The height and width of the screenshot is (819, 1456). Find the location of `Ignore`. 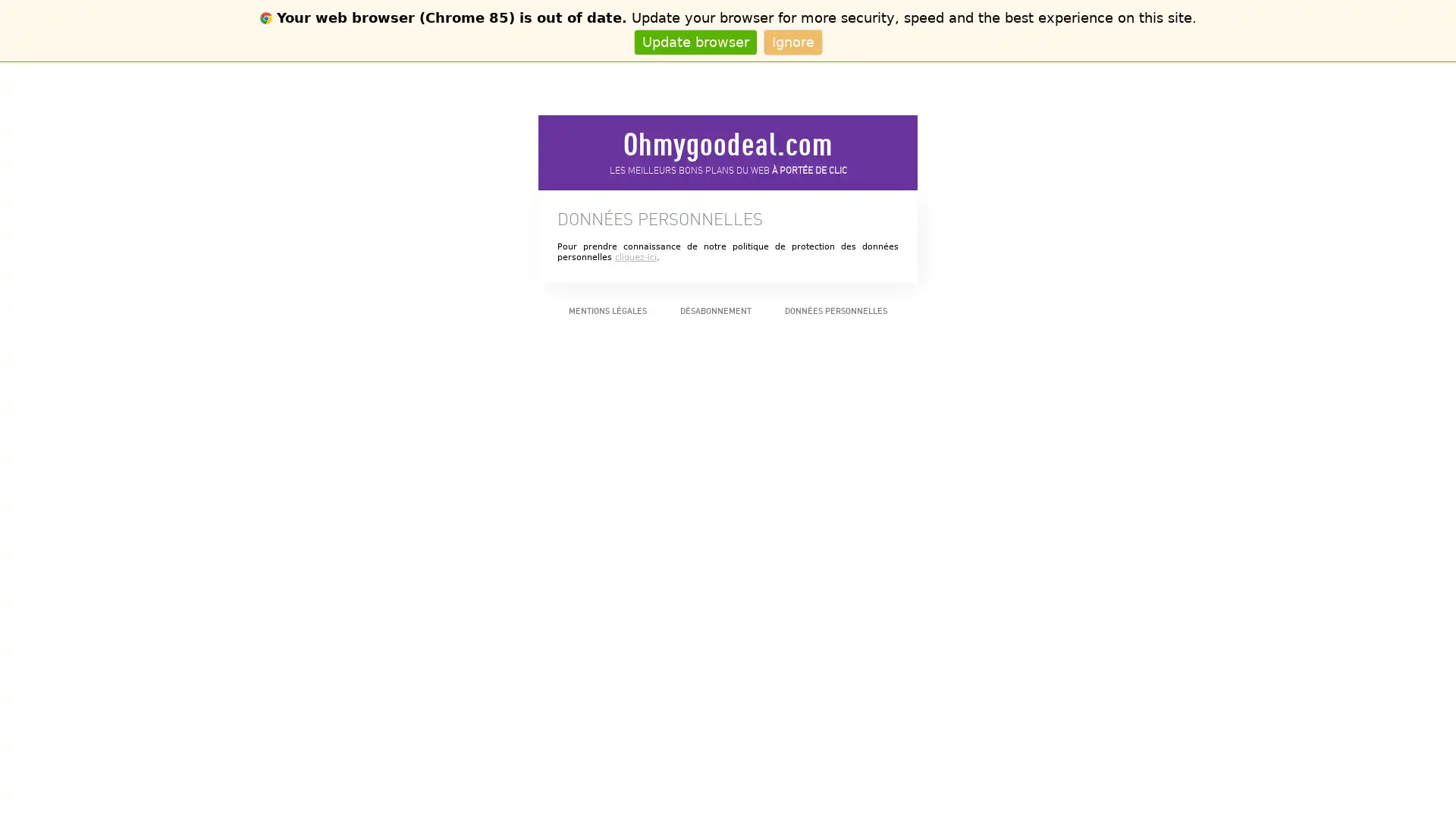

Ignore is located at coordinates (792, 41).